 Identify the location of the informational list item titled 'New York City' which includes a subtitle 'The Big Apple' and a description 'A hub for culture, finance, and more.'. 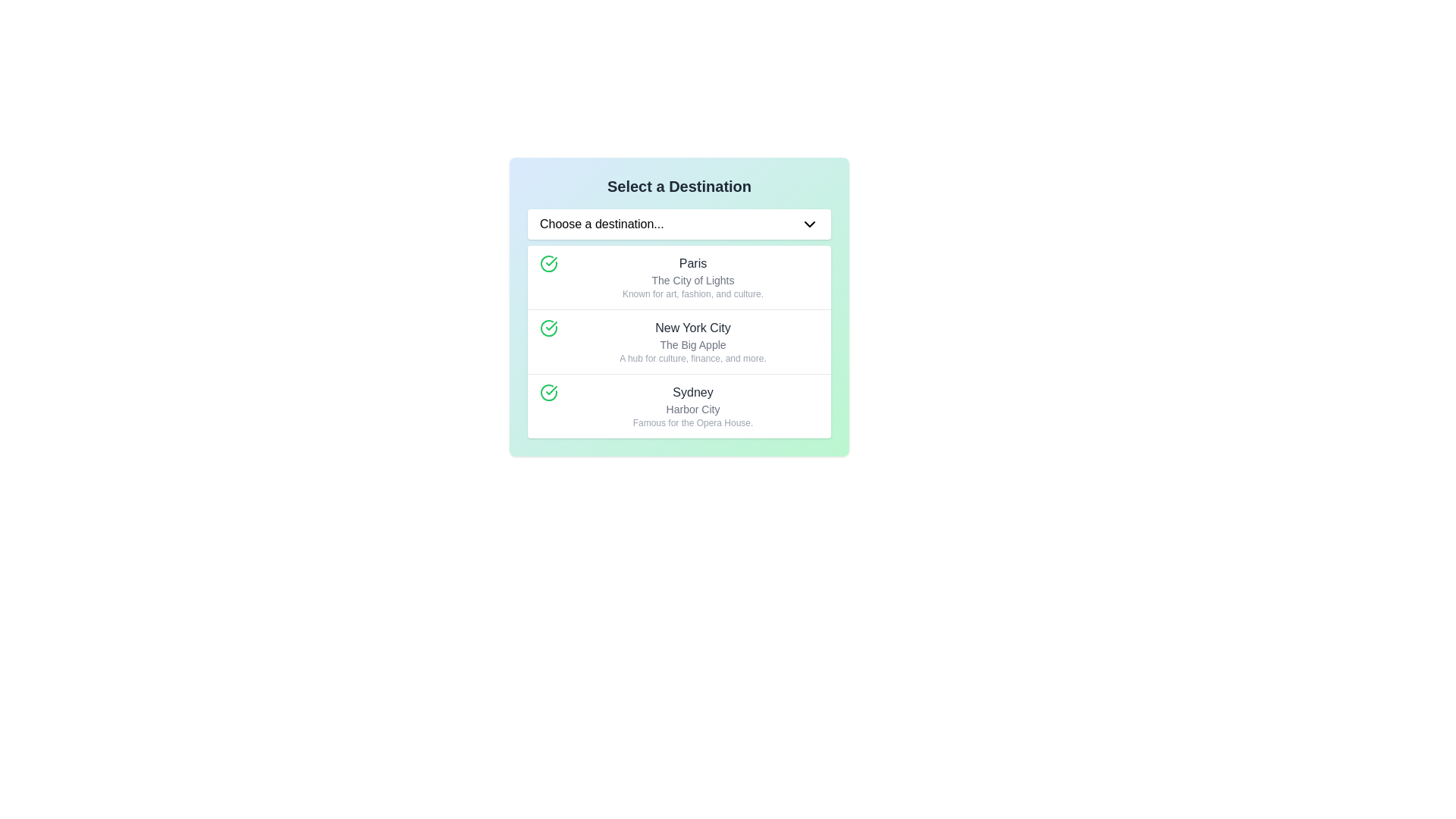
(692, 342).